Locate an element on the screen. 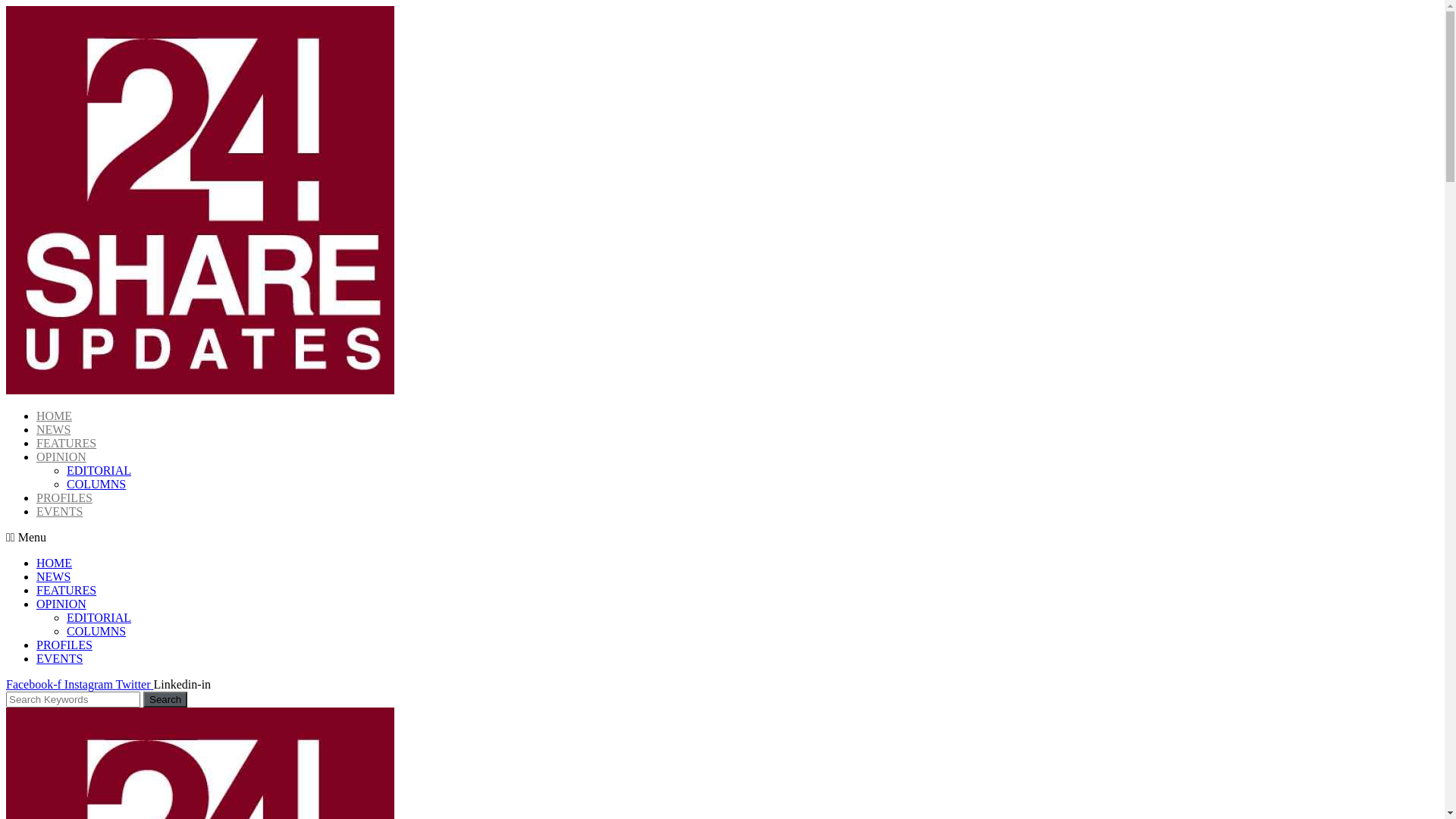 This screenshot has height=819, width=1456. 'Facebook-f' is located at coordinates (35, 684).